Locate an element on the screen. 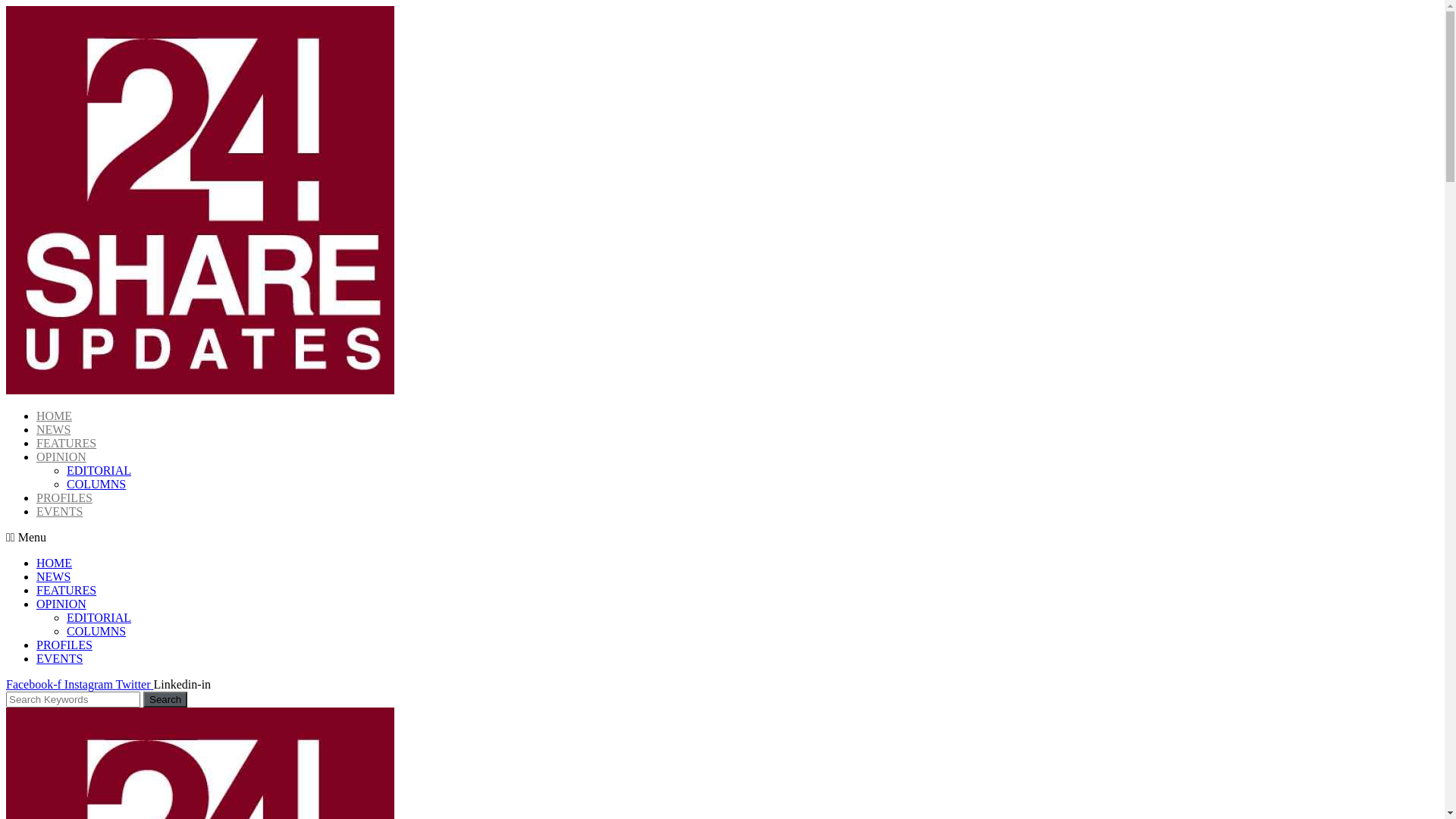 This screenshot has height=819, width=1456. 'Facebook-f' is located at coordinates (35, 684).